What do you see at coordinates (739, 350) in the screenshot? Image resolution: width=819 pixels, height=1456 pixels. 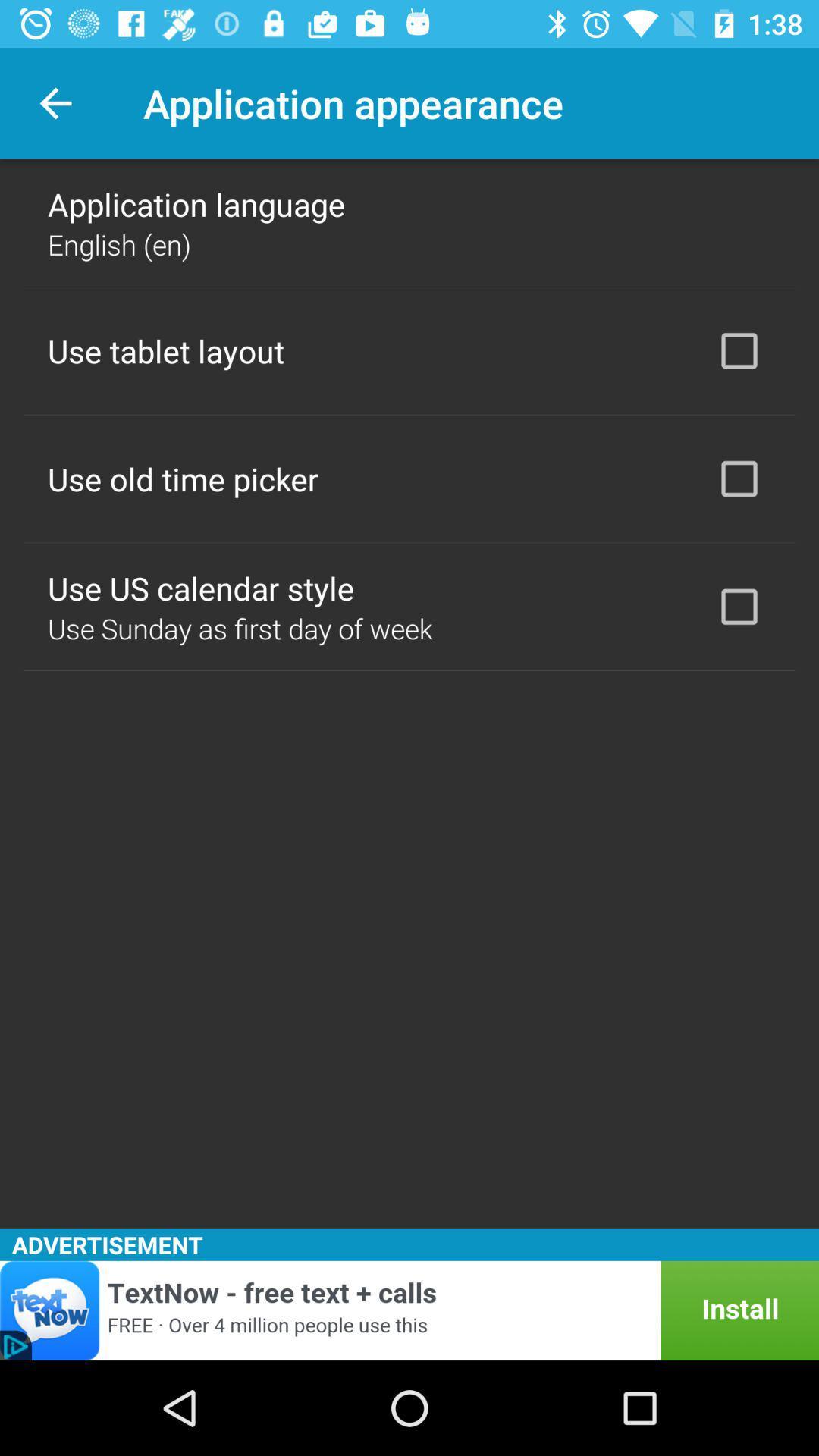 I see `the item to the right of the use tablet layout` at bounding box center [739, 350].